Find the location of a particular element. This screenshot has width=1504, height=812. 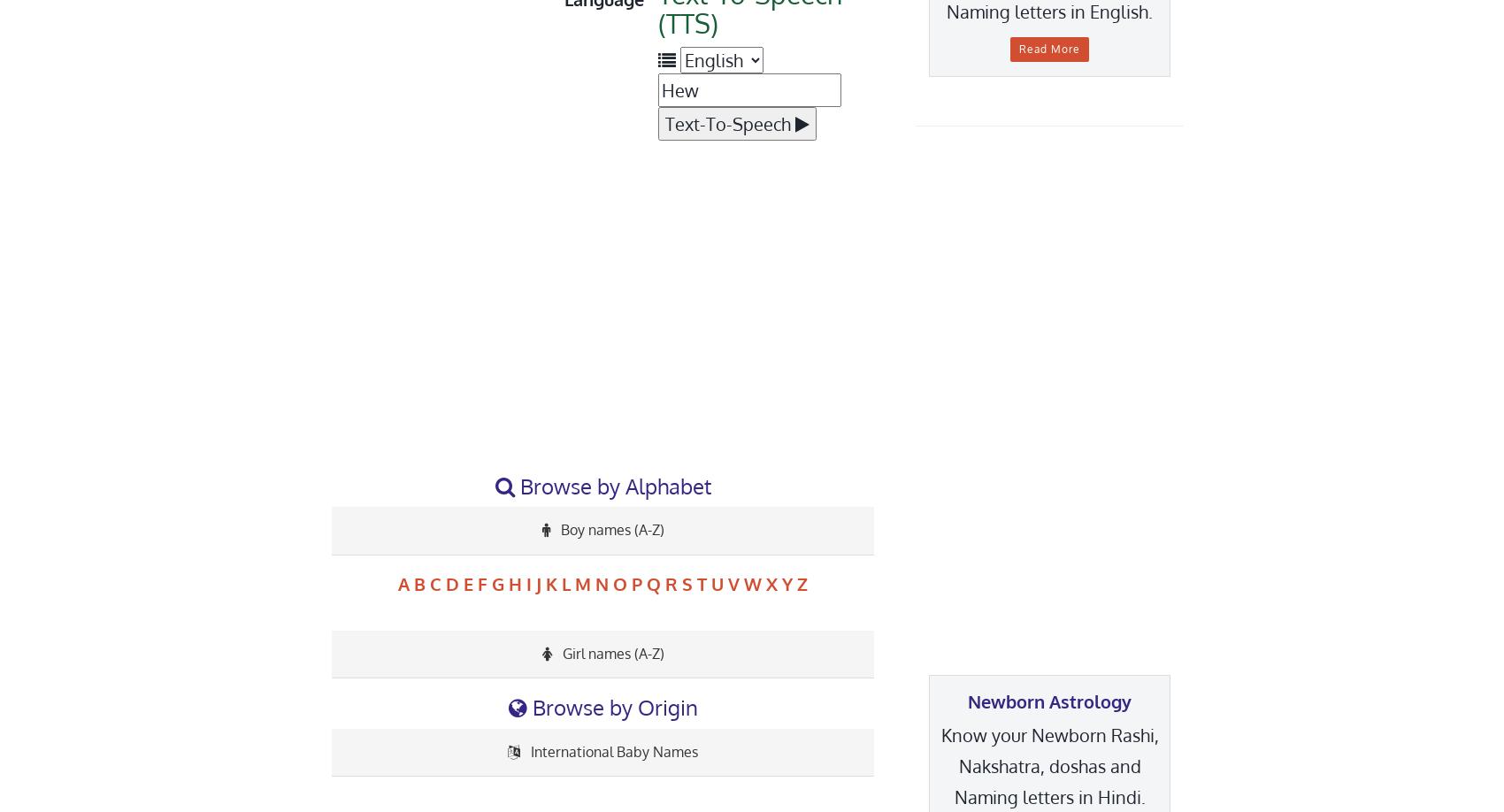

'Girl names (A-Z)' is located at coordinates (610, 651).